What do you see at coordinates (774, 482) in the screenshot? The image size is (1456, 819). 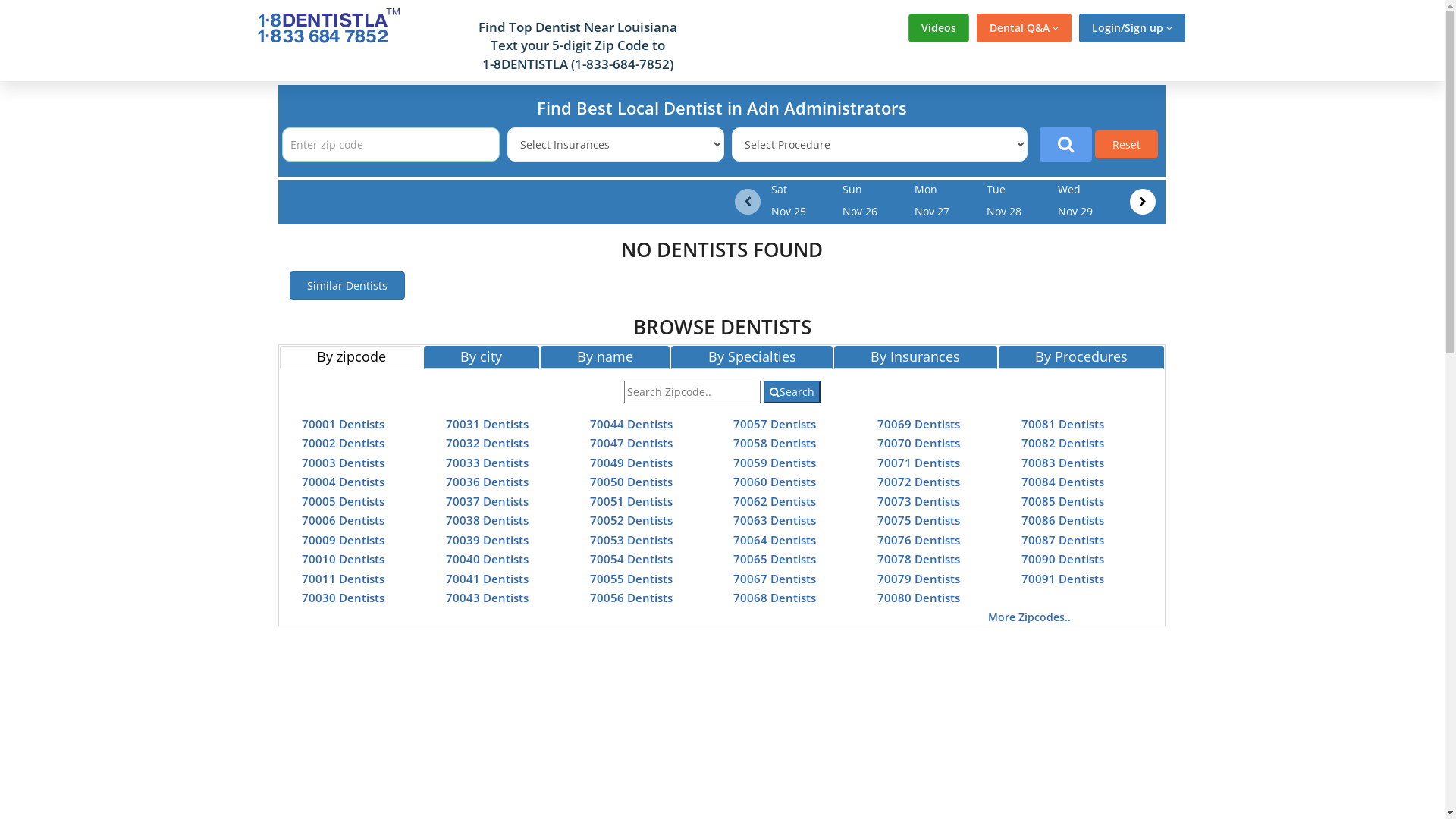 I see `'70060 Dentists'` at bounding box center [774, 482].